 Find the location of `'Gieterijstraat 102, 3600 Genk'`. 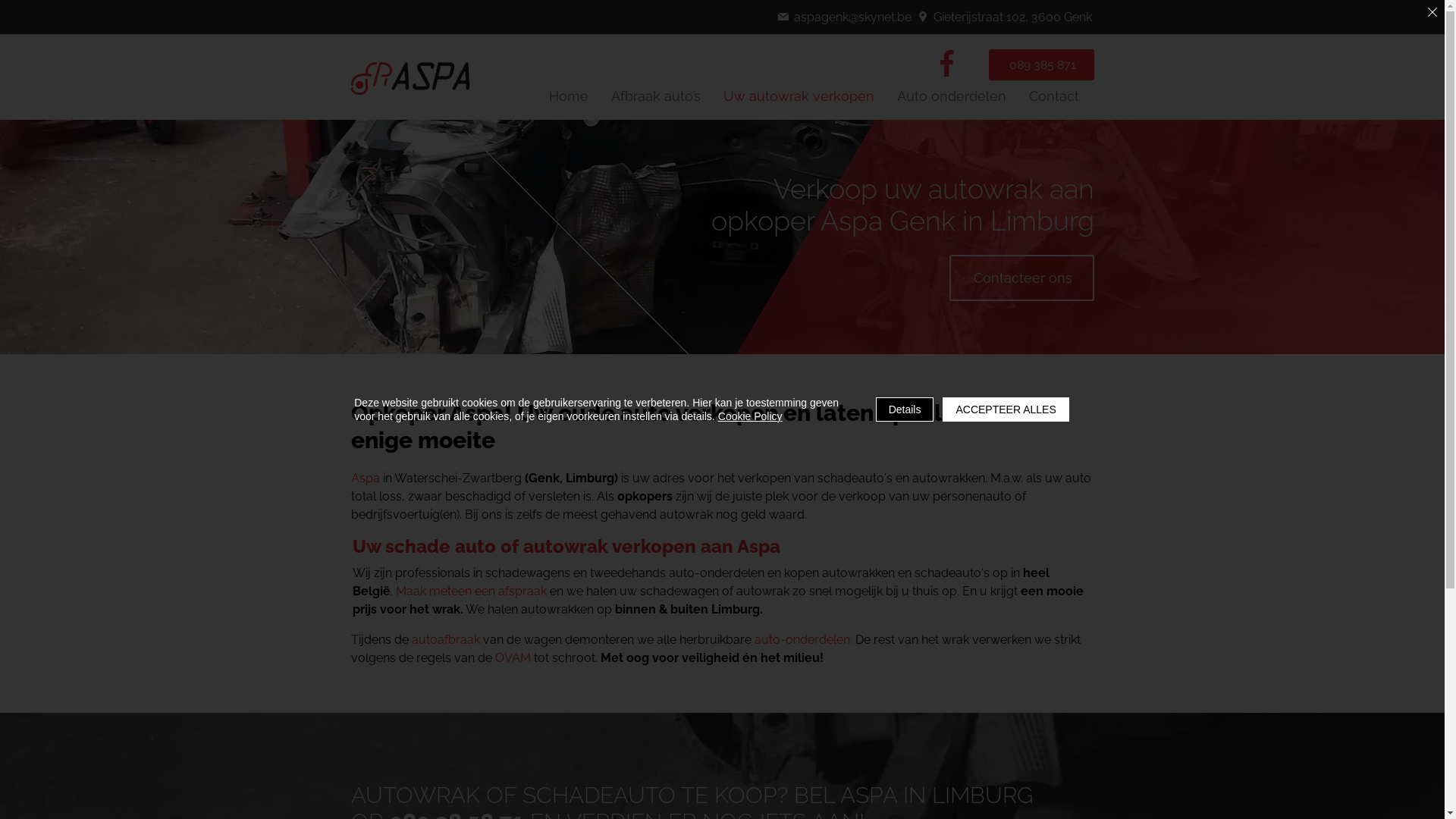

'Gieterijstraat 102, 3600 Genk' is located at coordinates (916, 17).